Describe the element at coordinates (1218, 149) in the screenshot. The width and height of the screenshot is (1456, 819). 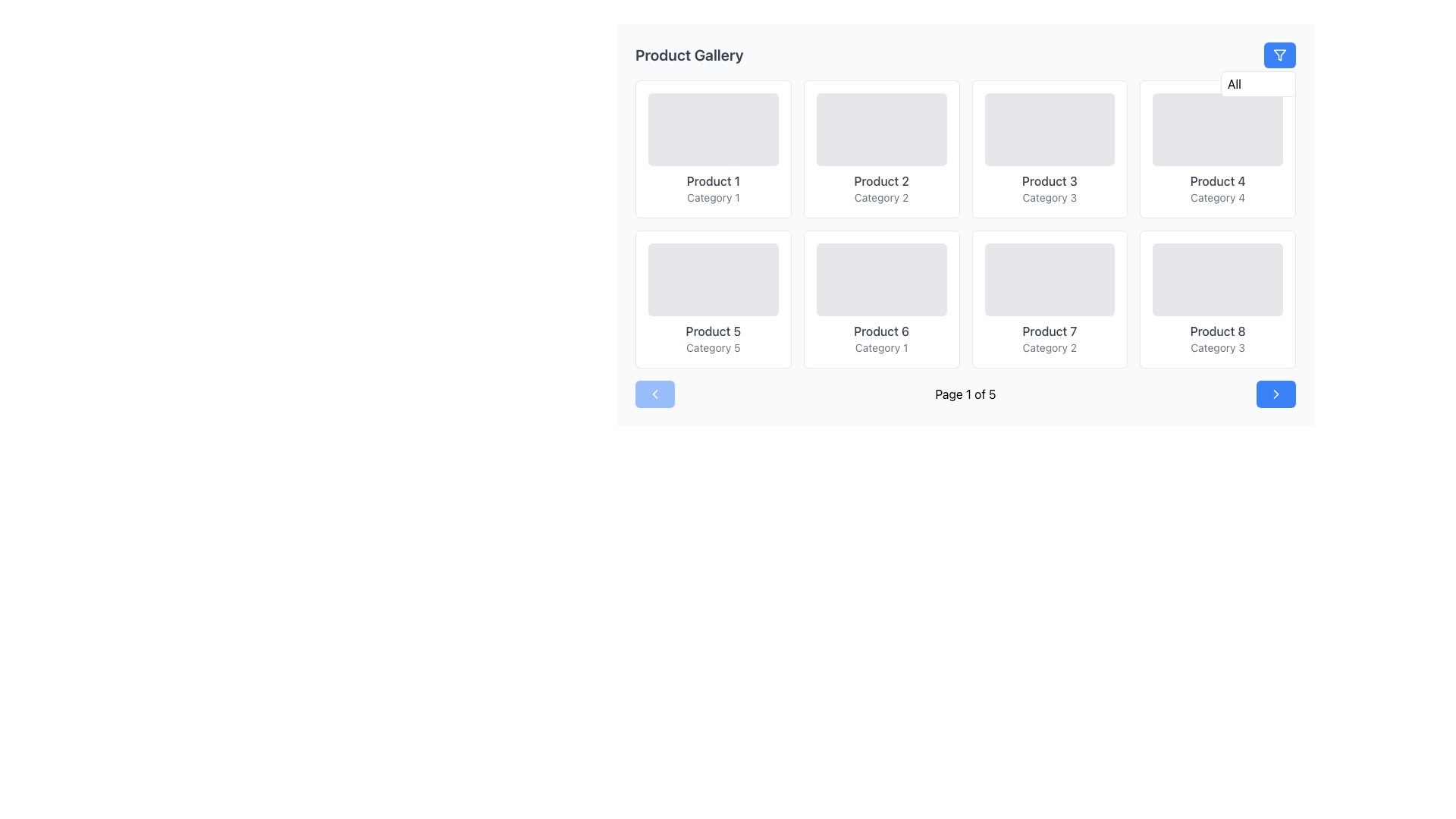
I see `the fourth product display card located in the top-right segment of the grid` at that location.